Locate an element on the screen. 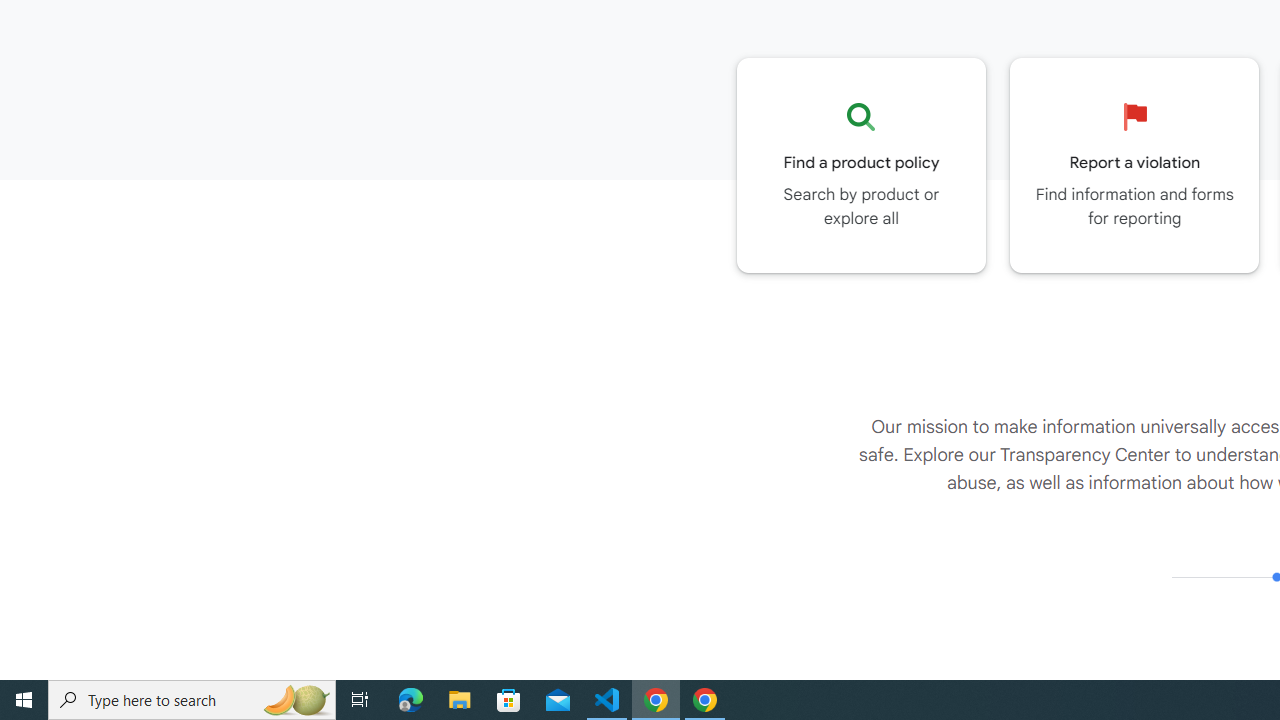 The width and height of the screenshot is (1280, 720). 'Go to the Reporting and appeals page' is located at coordinates (1134, 164).